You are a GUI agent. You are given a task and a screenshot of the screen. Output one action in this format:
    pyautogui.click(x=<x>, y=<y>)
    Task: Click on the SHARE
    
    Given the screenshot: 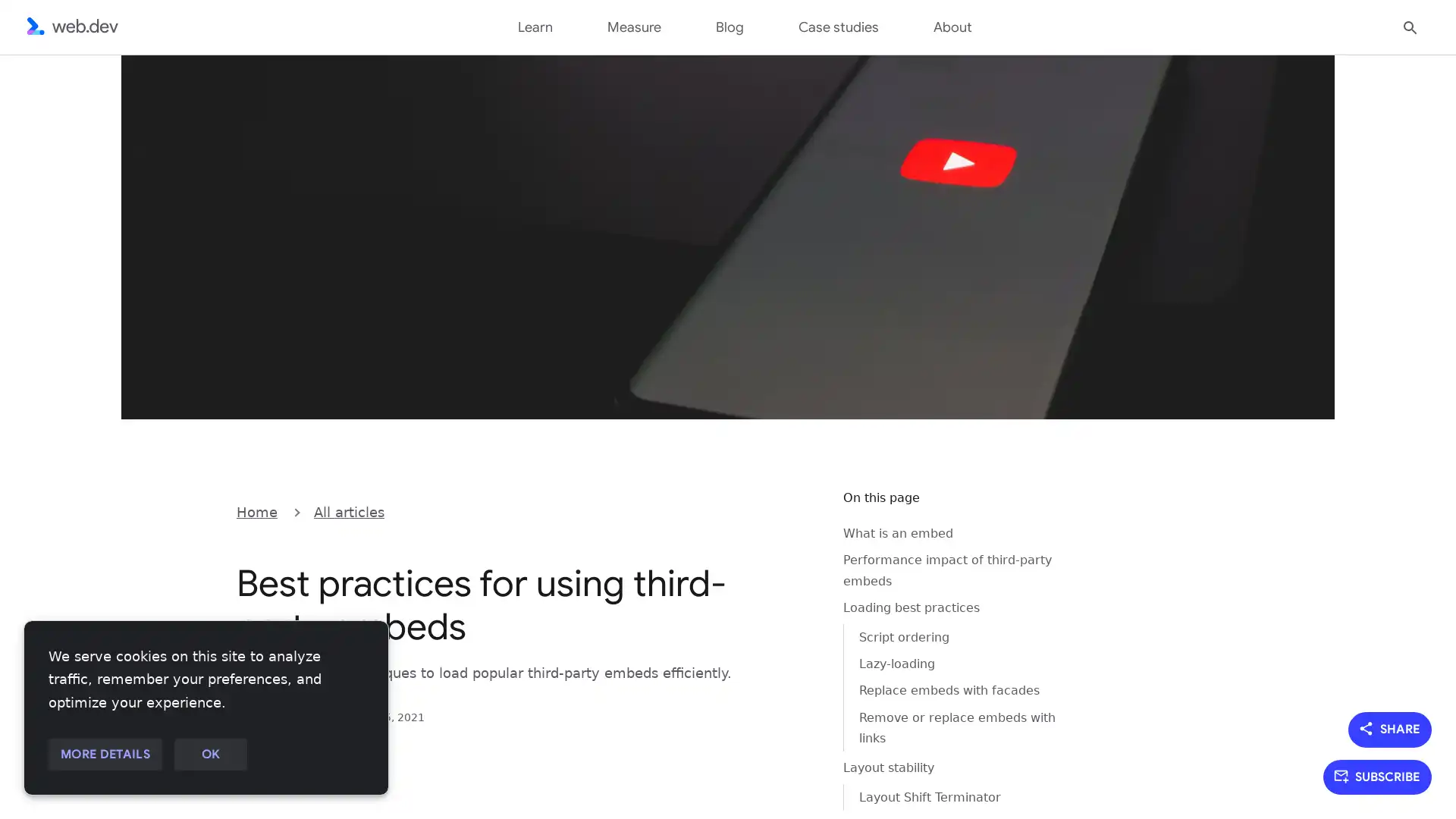 What is the action you would take?
    pyautogui.click(x=1390, y=728)
    